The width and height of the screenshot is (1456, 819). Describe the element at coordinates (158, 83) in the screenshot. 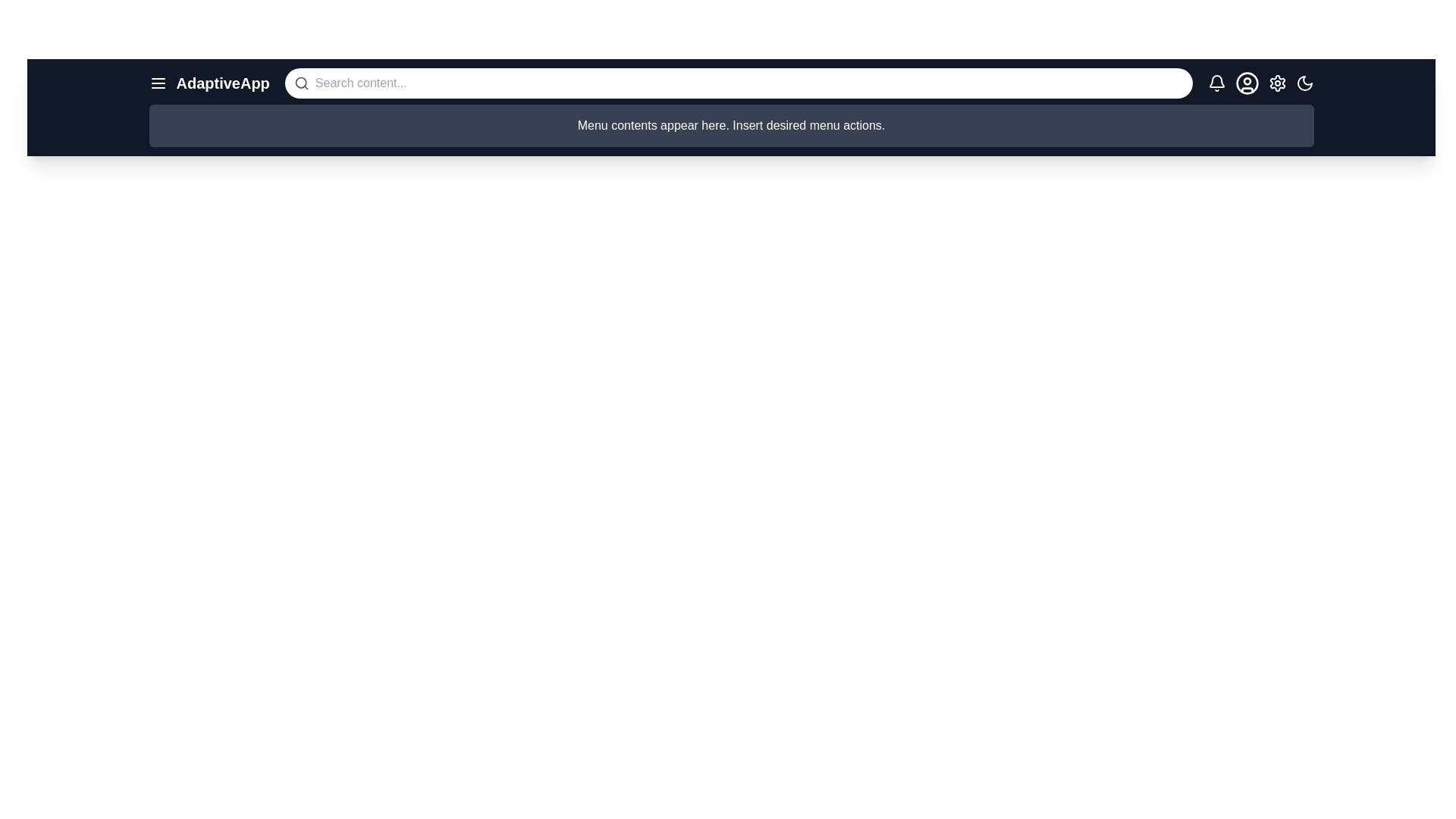

I see `the menu icon to reveal its tooltip` at that location.